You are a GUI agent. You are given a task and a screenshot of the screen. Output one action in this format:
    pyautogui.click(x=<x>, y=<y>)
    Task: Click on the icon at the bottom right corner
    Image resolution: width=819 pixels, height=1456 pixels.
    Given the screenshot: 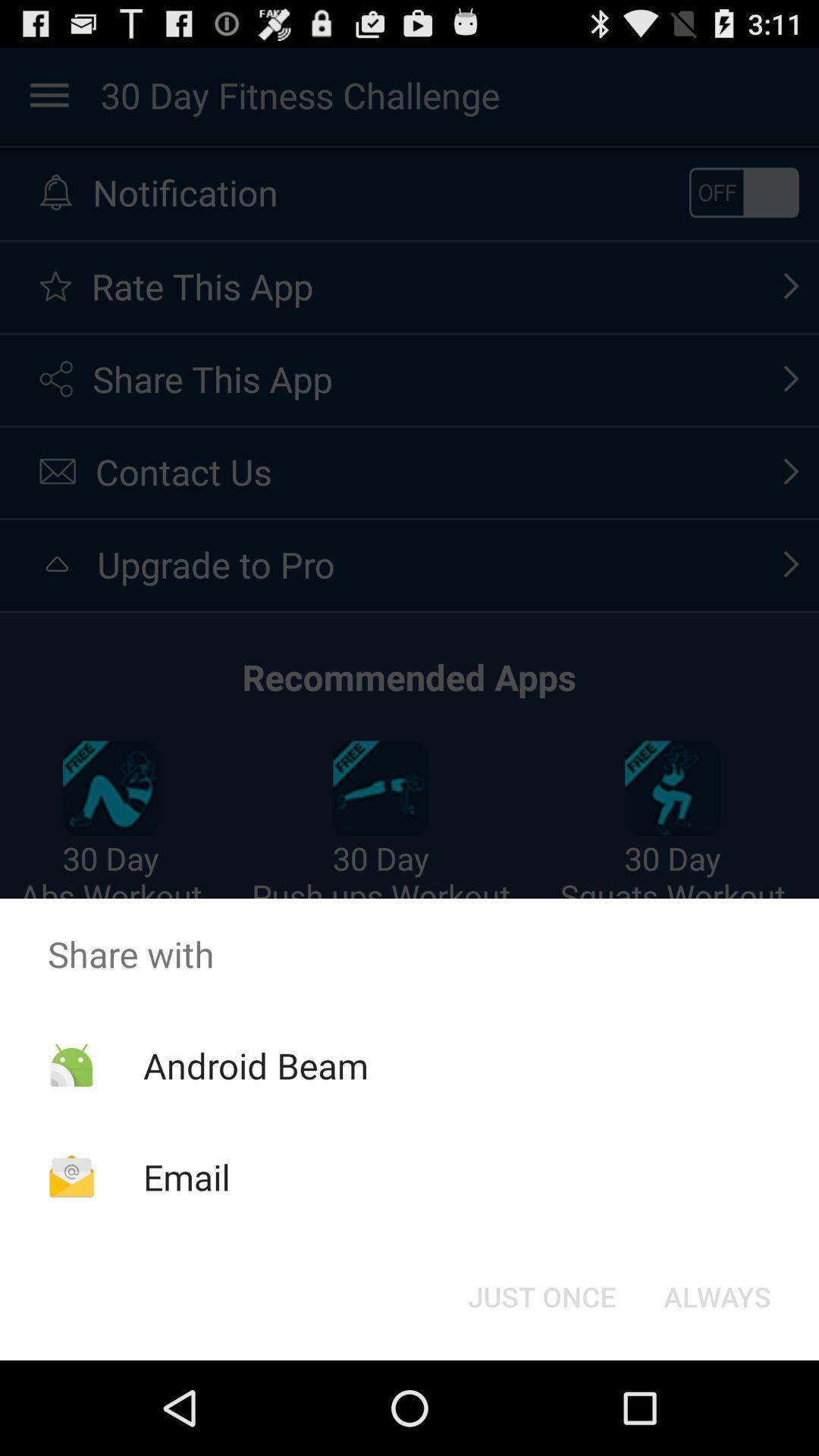 What is the action you would take?
    pyautogui.click(x=717, y=1295)
    